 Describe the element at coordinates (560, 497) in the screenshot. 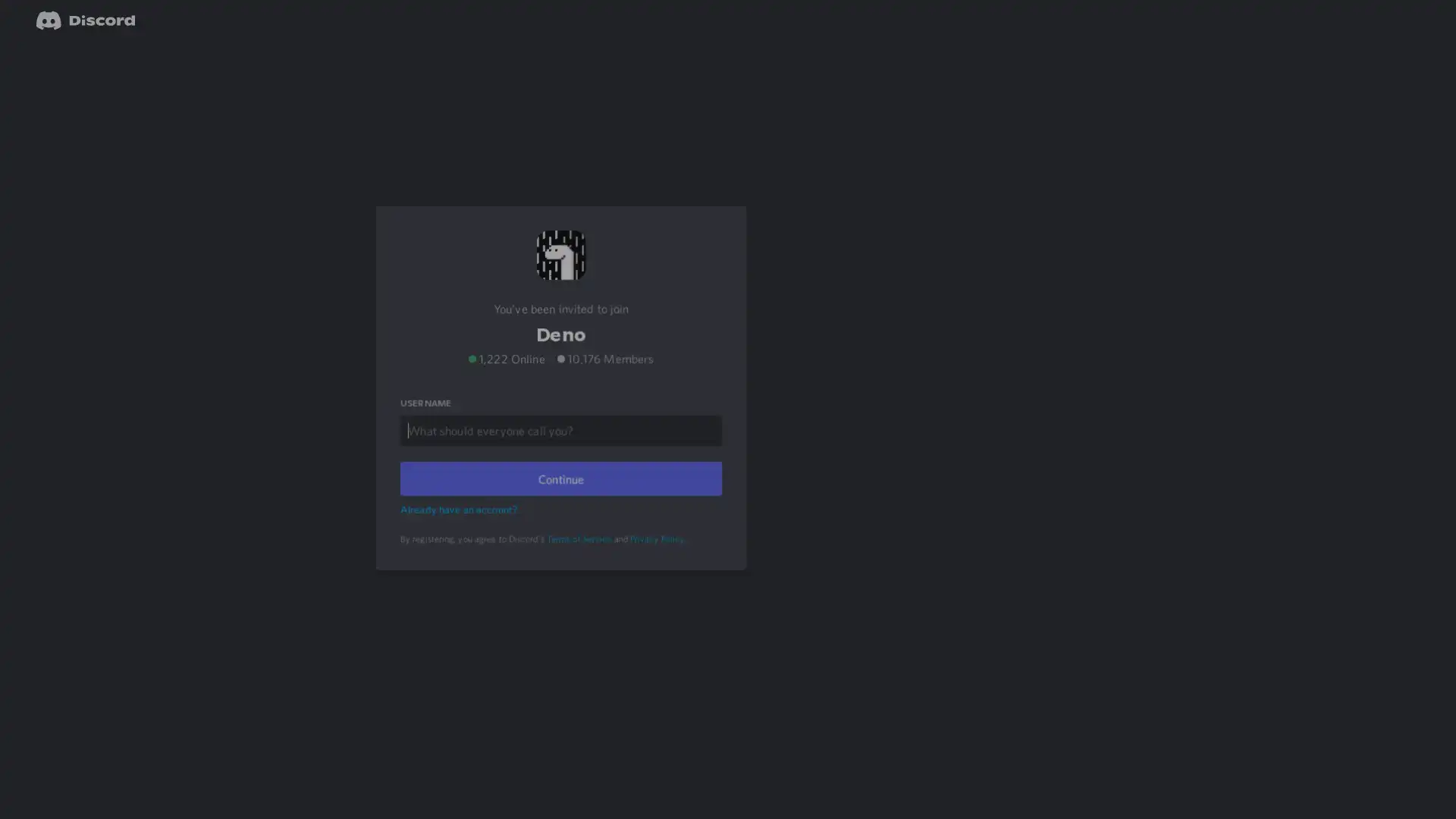

I see `Continue` at that location.